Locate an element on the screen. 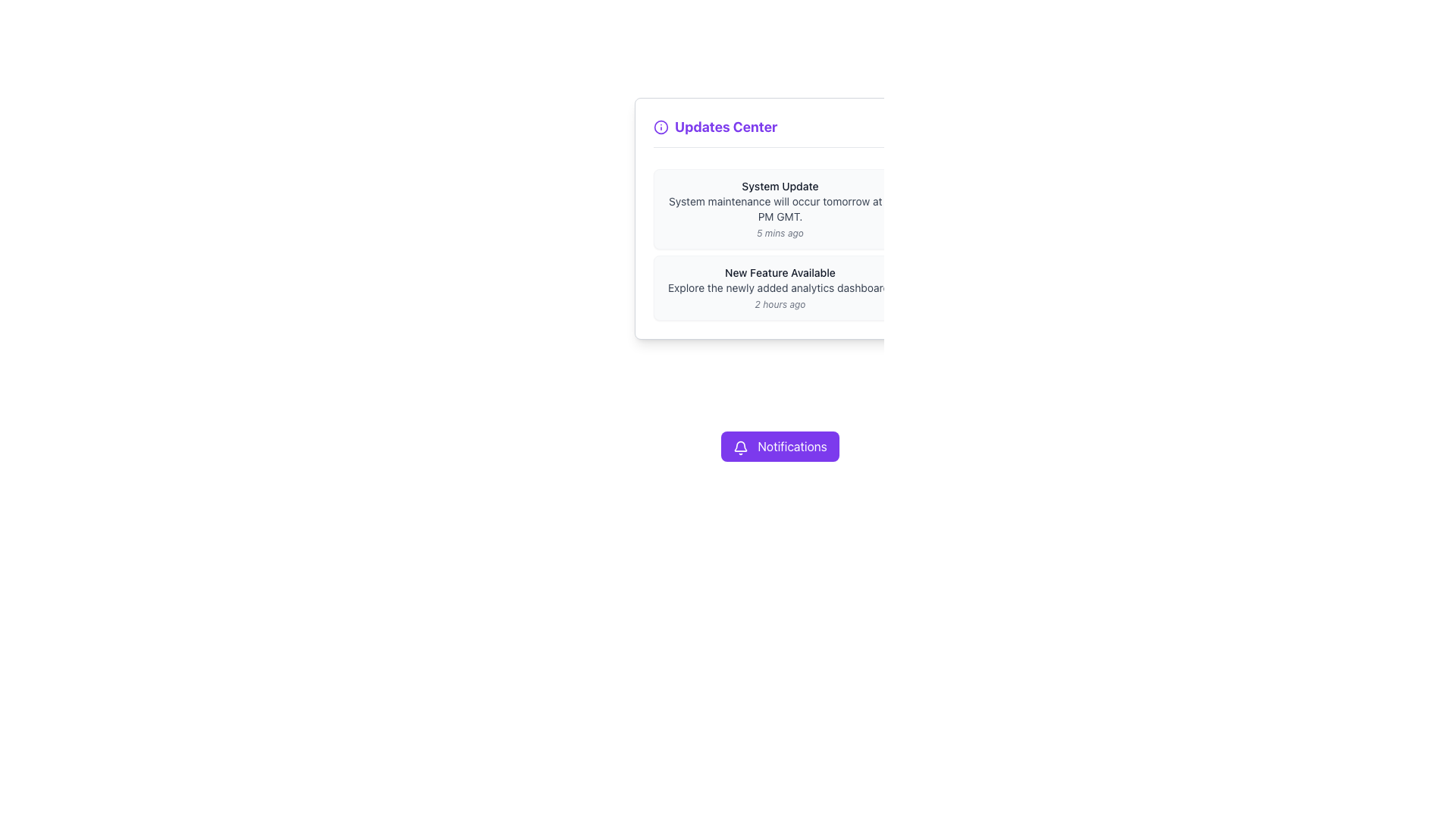 This screenshot has height=819, width=1456. the first notification card titled 'System Update' in the 'Updates Center' panel, which contains a bold title, a descriptive message, and a timestamp is located at coordinates (780, 209).